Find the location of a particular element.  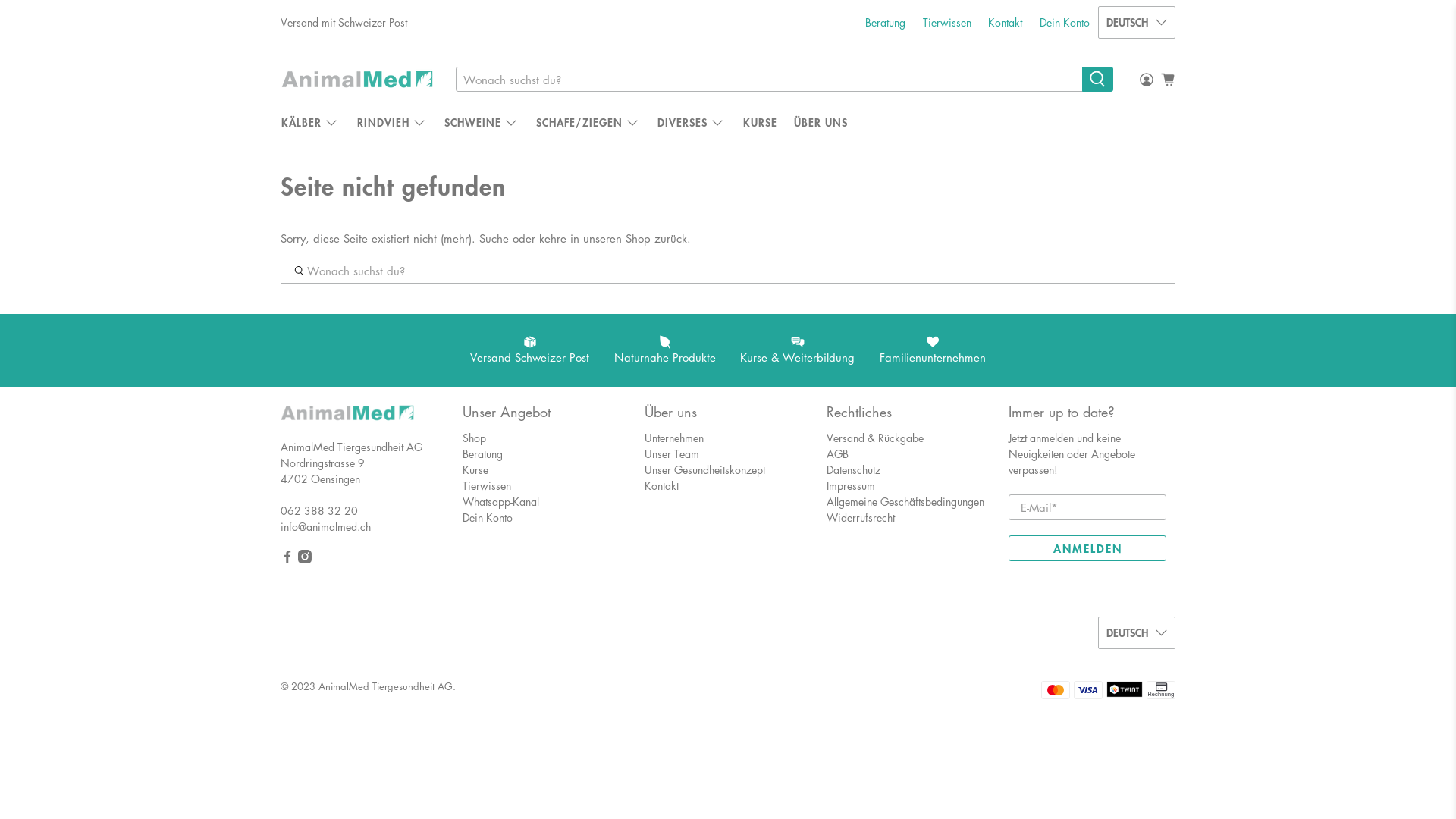

'Widerrufsrecht' is located at coordinates (860, 516).